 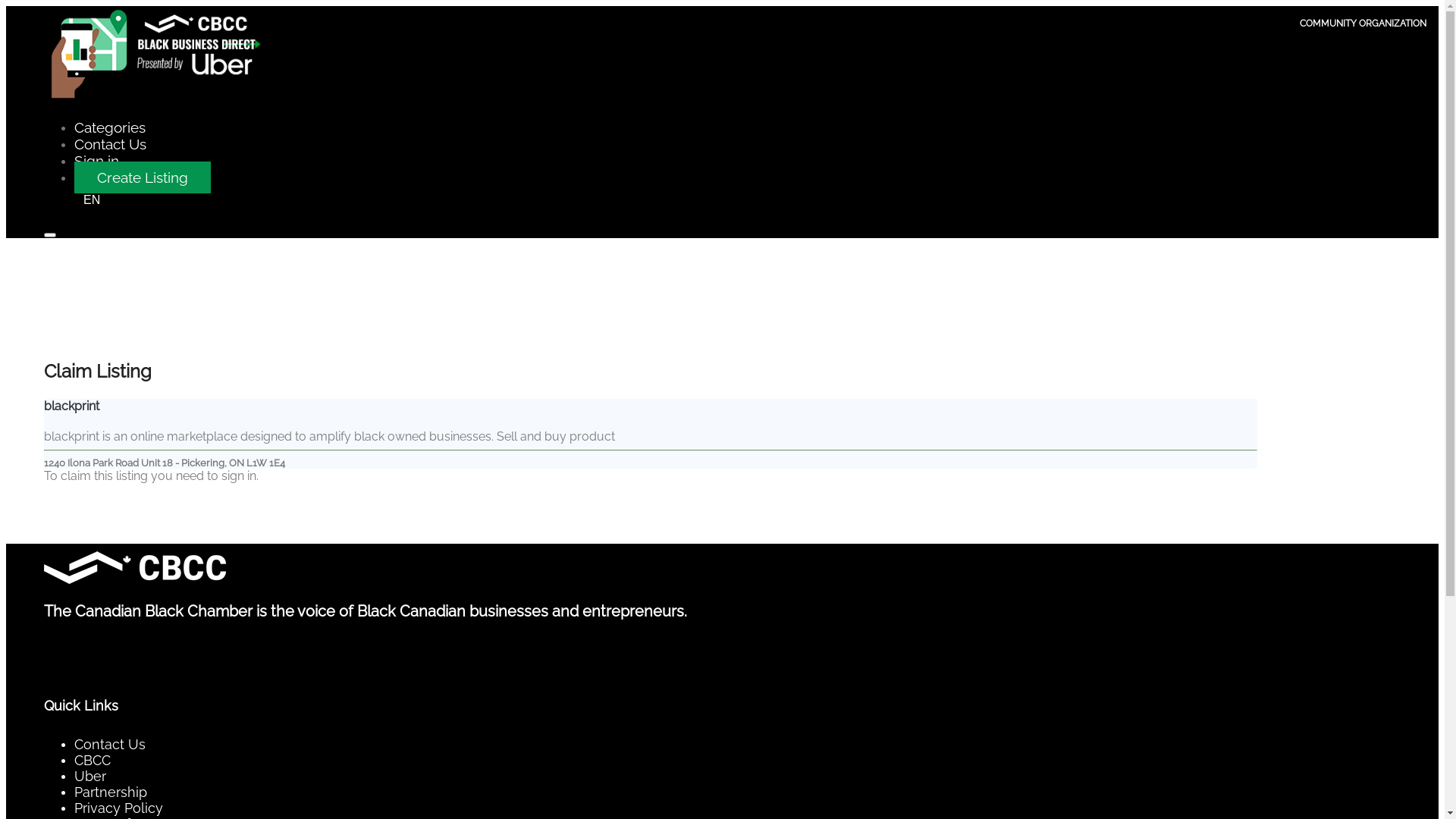 What do you see at coordinates (73, 743) in the screenshot?
I see `'Contact Us'` at bounding box center [73, 743].